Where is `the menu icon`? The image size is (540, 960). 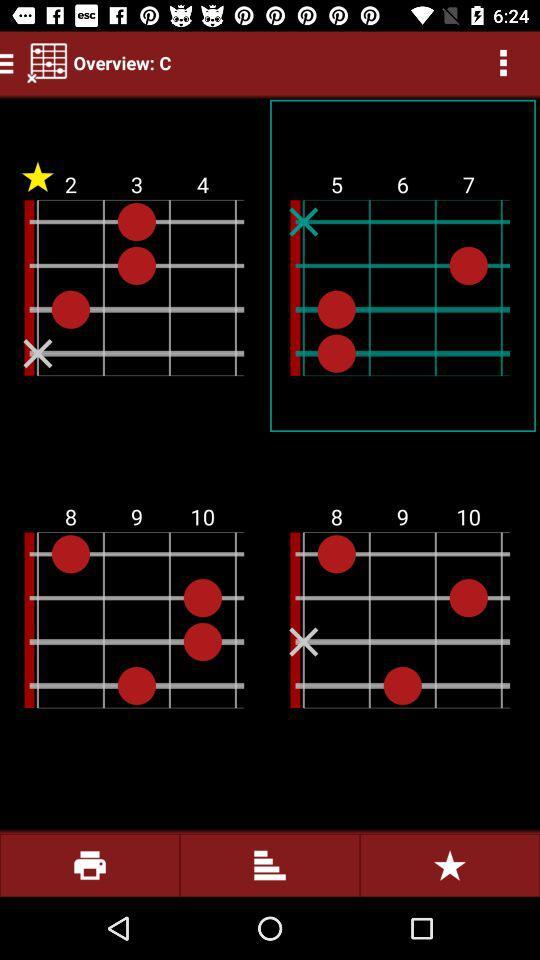
the menu icon is located at coordinates (9, 62).